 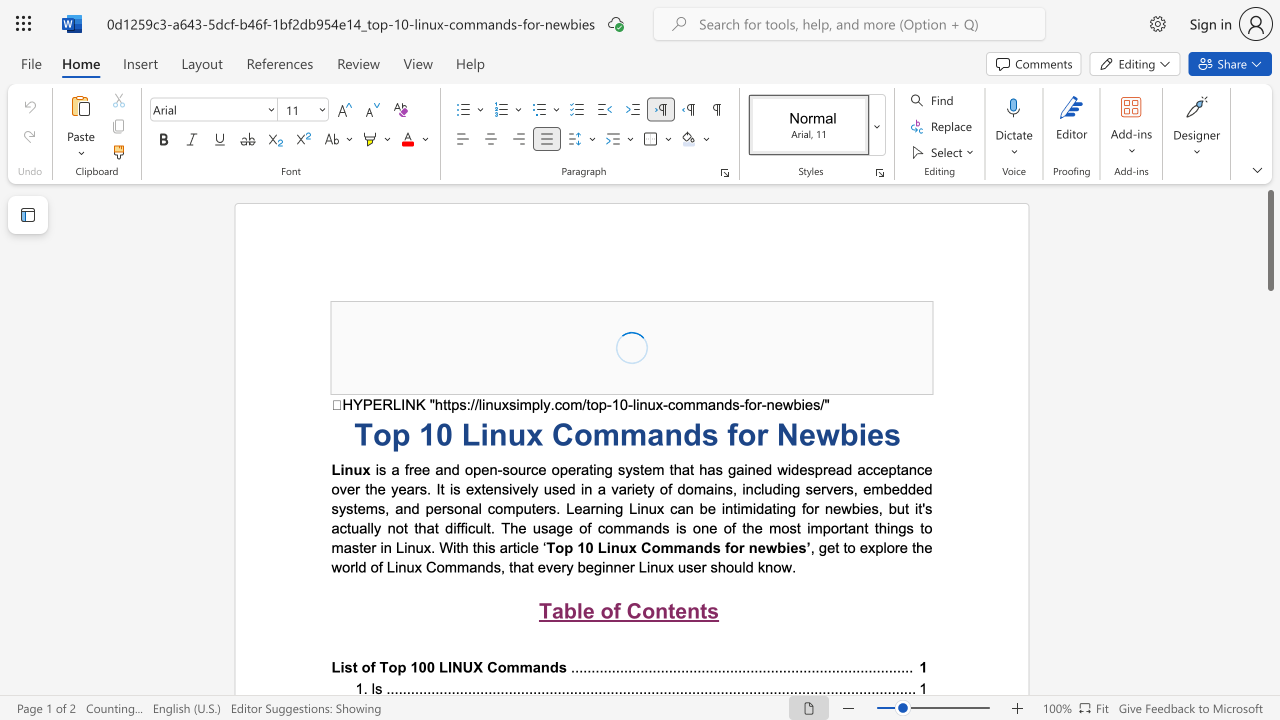 I want to click on the scrollbar to adjust the page downward, so click(x=1269, y=508).